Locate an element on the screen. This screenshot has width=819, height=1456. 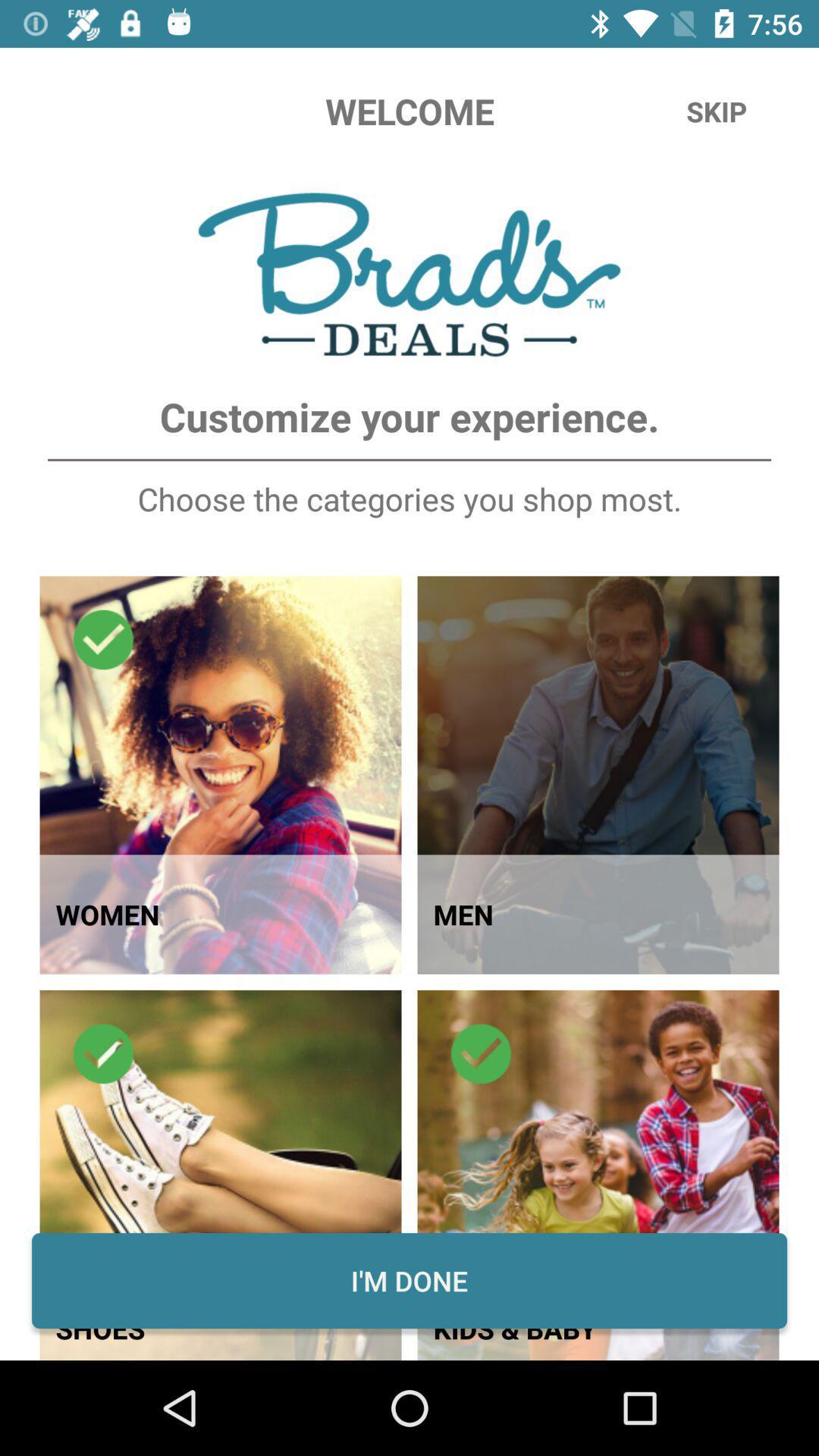
tick in second row first option is located at coordinates (103, 1053).